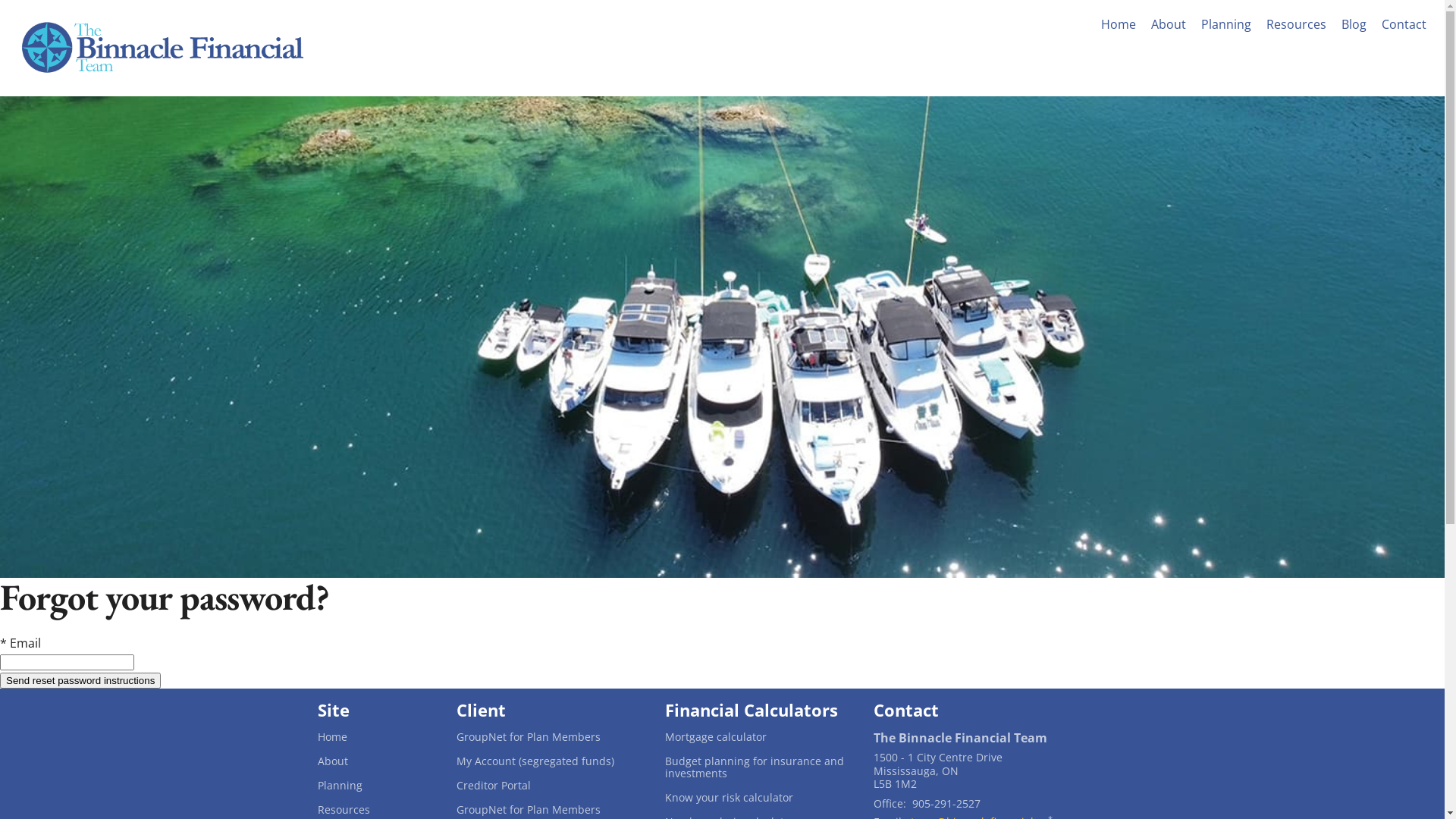  I want to click on 'GroupNet for Plan Members, so click(548, 809).